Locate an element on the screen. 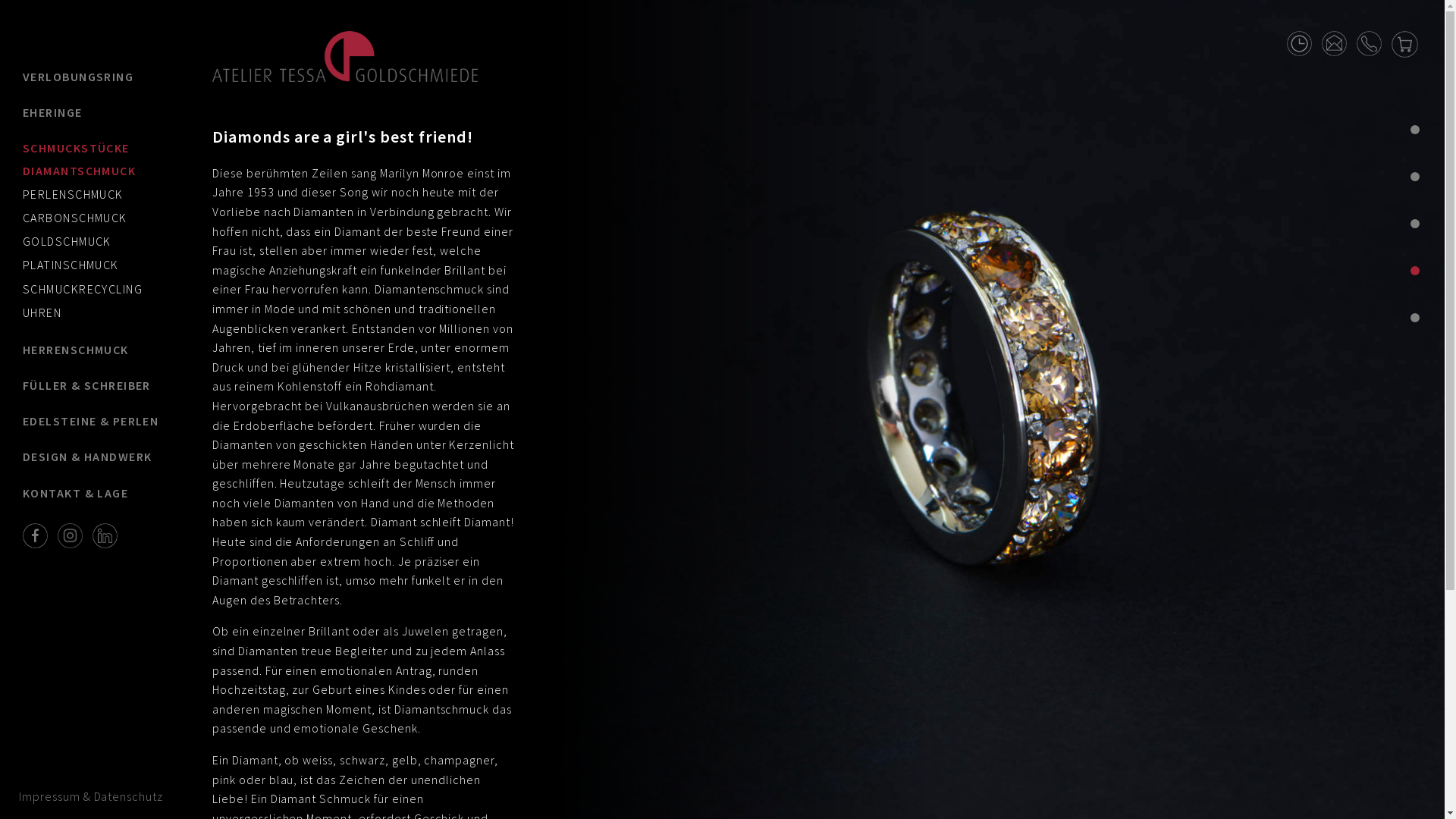  'VERLOBUNGSRING' is located at coordinates (91, 77).